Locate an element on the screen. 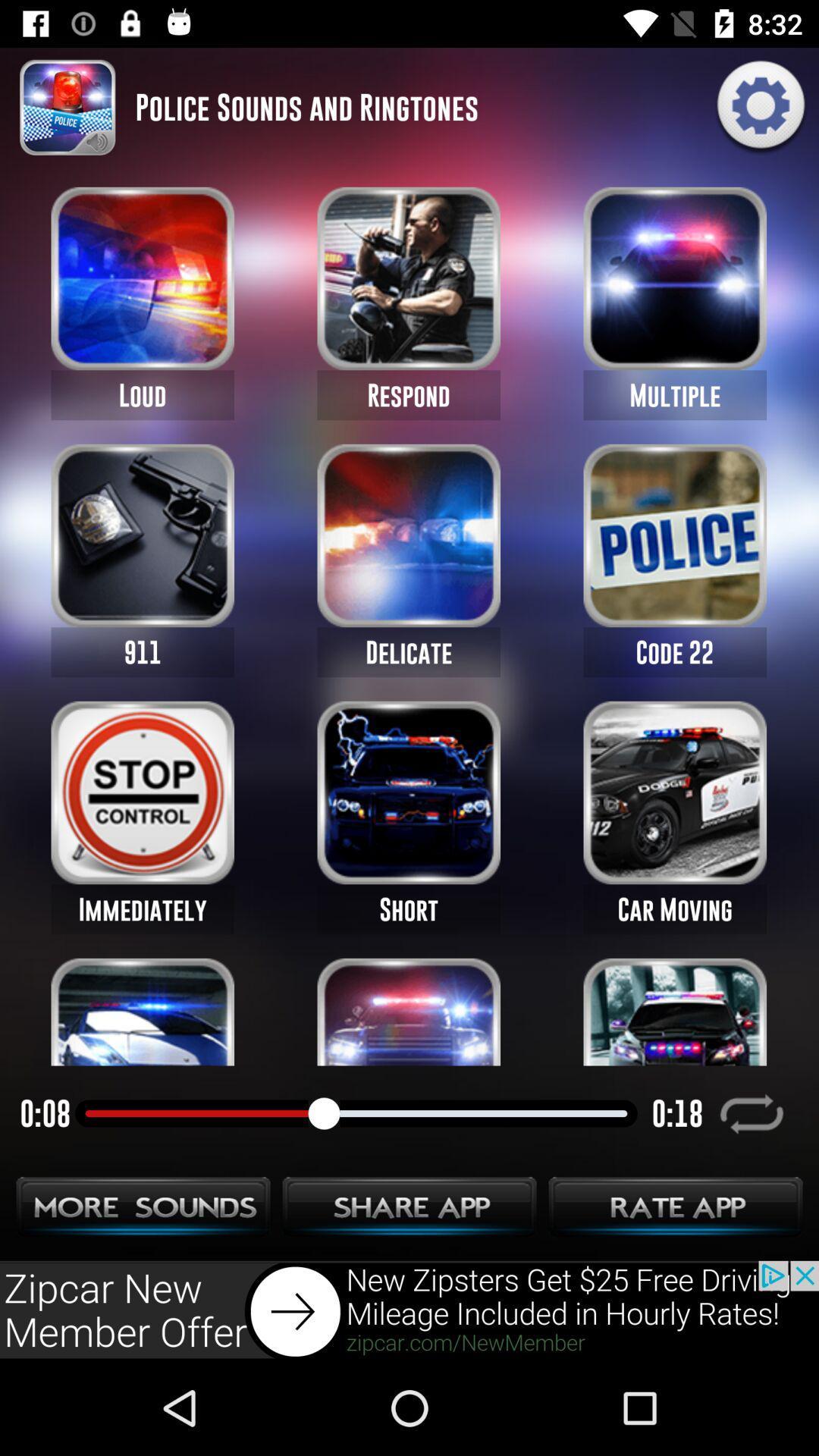 Image resolution: width=819 pixels, height=1456 pixels. the settings icon is located at coordinates (761, 106).